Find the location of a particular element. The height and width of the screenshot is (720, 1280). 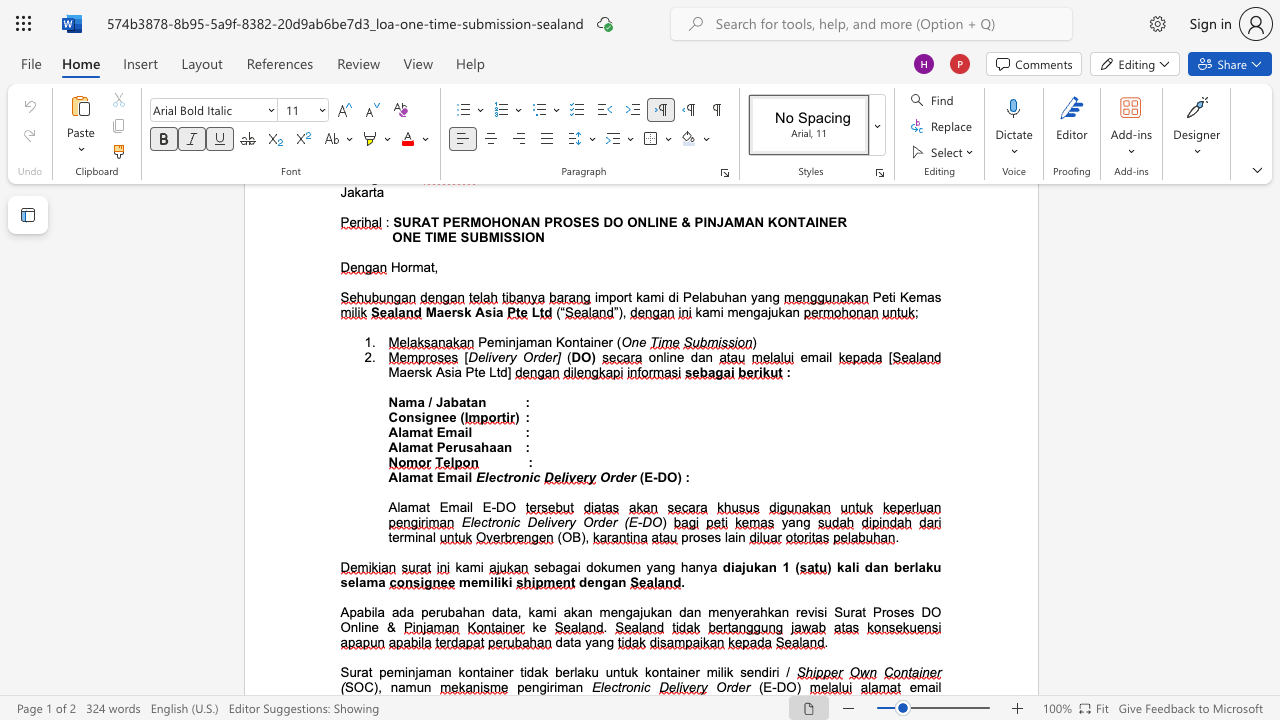

the subset text "tron" within the text "Electronic" is located at coordinates (616, 686).